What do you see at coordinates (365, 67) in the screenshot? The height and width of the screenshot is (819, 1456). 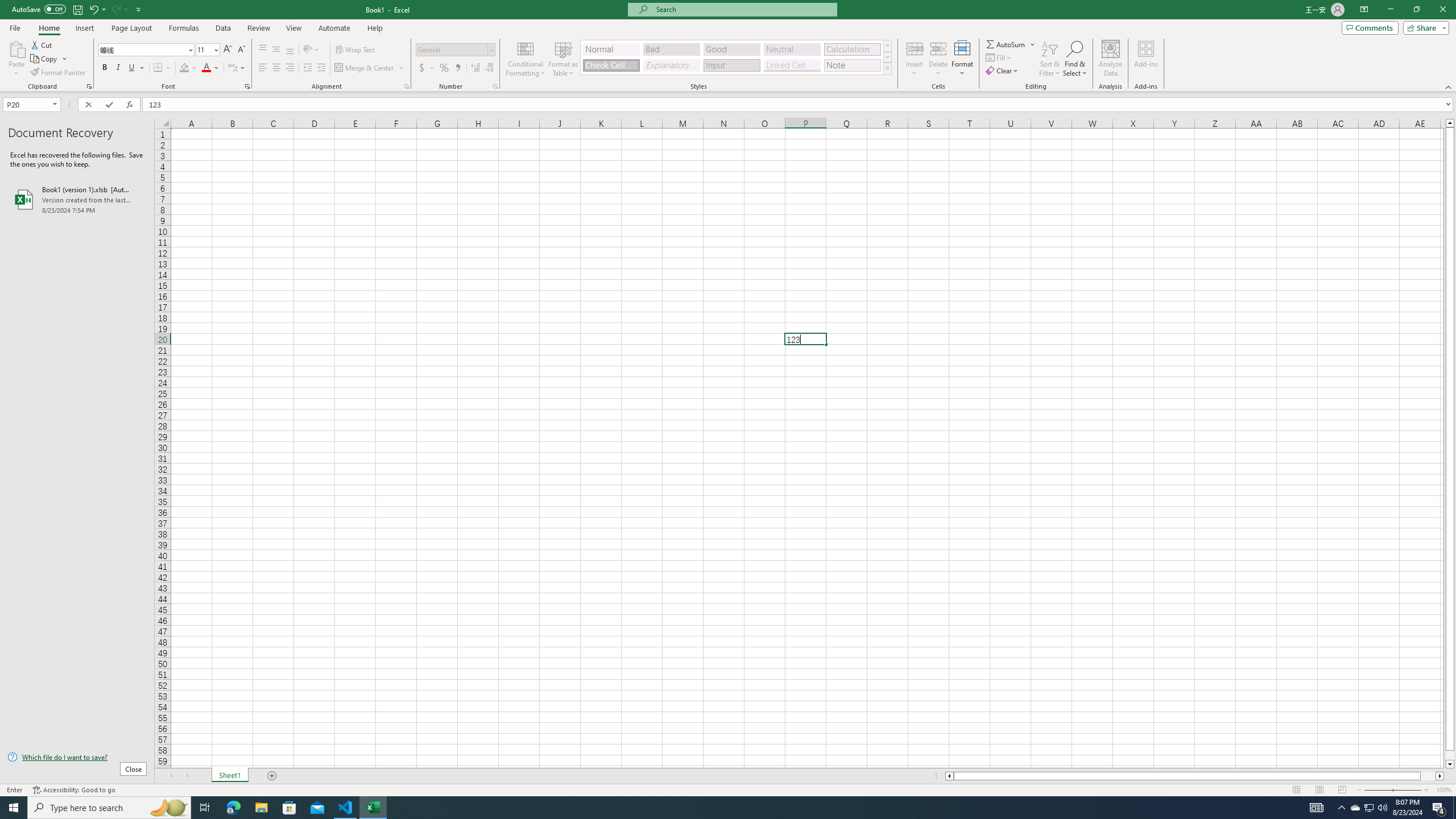 I see `'Merge & Center'` at bounding box center [365, 67].